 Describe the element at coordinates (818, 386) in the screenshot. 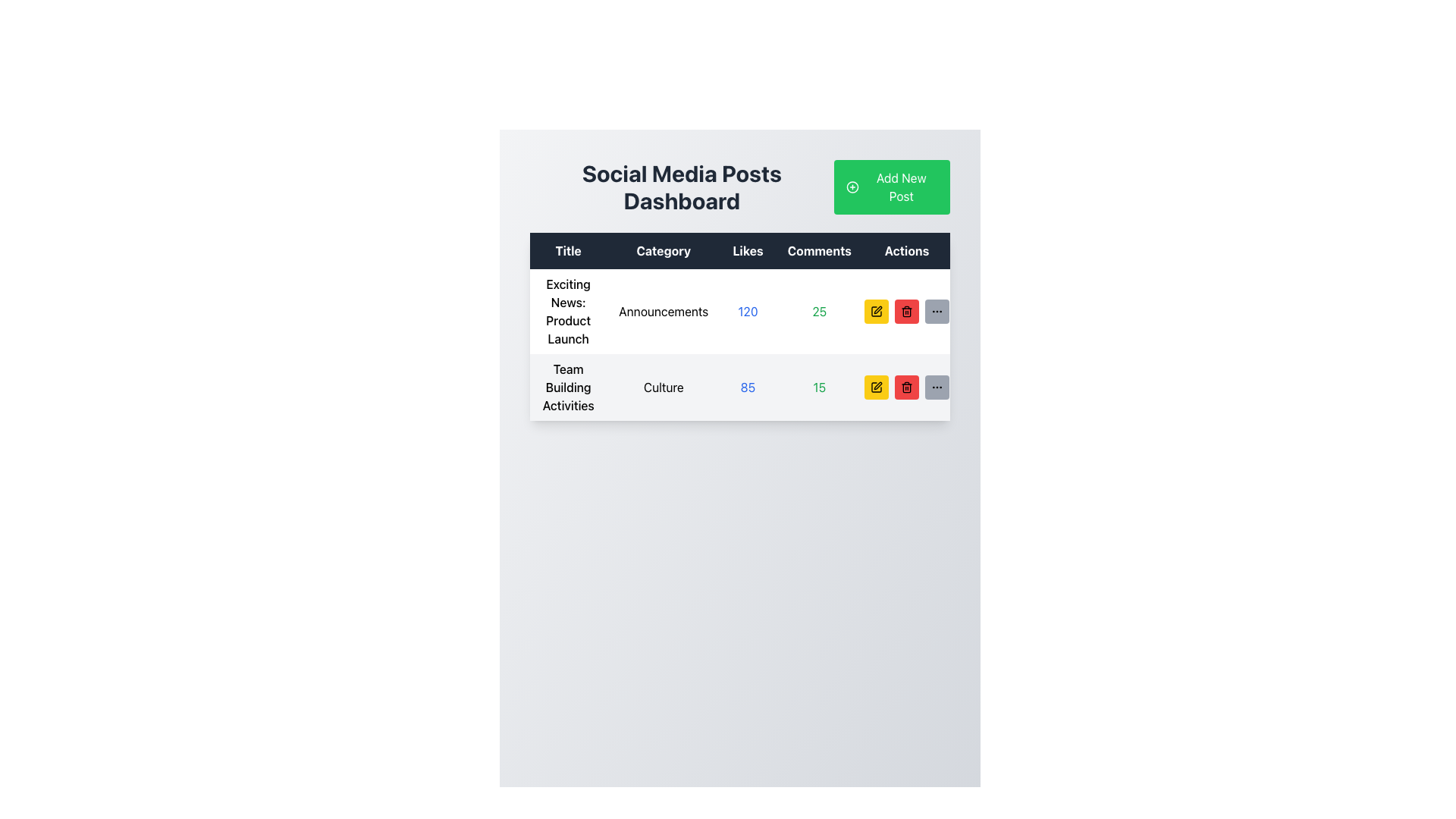

I see `the non-interactive text element indicating the number of comments in the 'Comments' column of the second row of the table` at that location.